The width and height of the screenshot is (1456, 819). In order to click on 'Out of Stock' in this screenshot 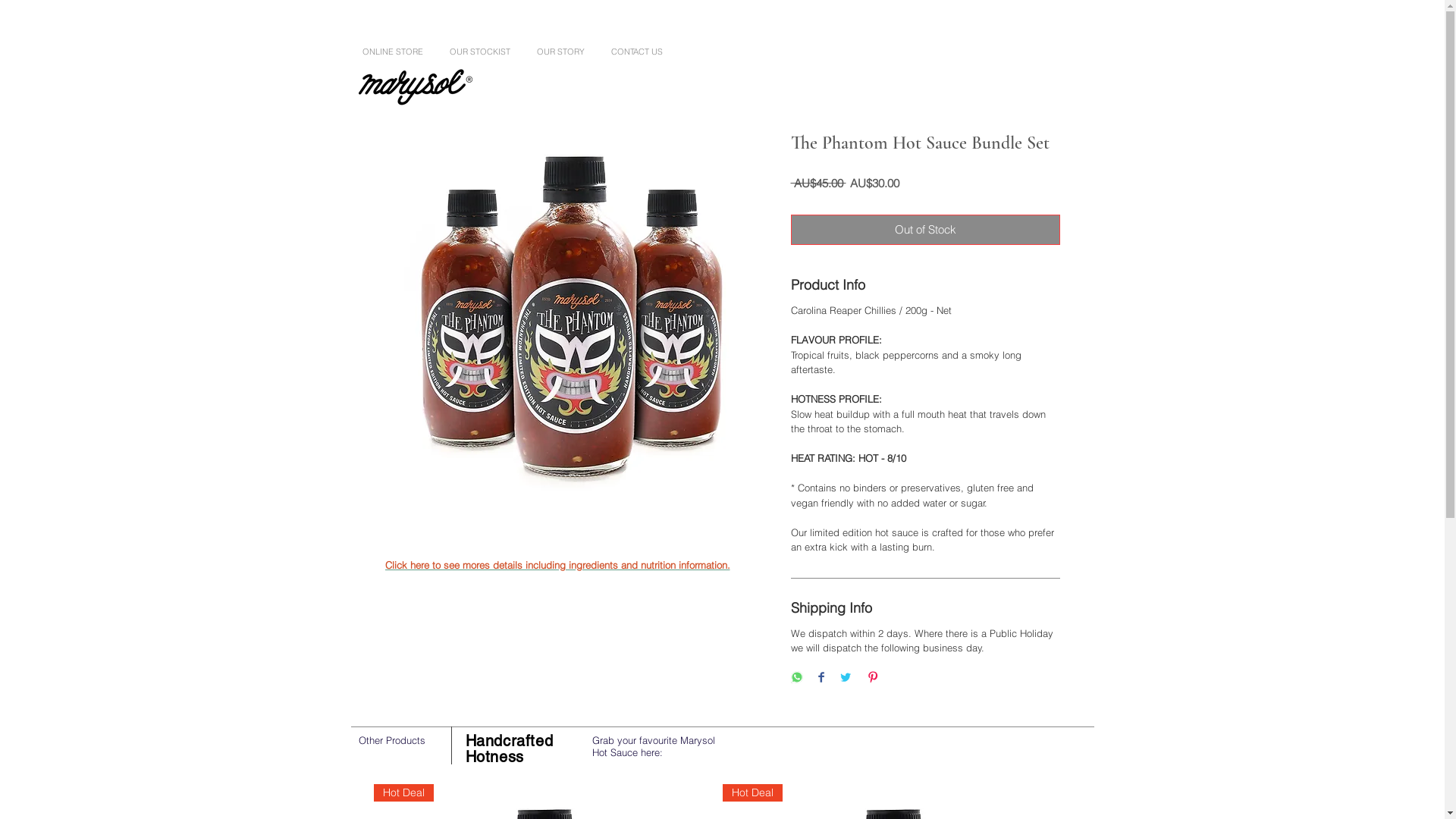, I will do `click(924, 230)`.